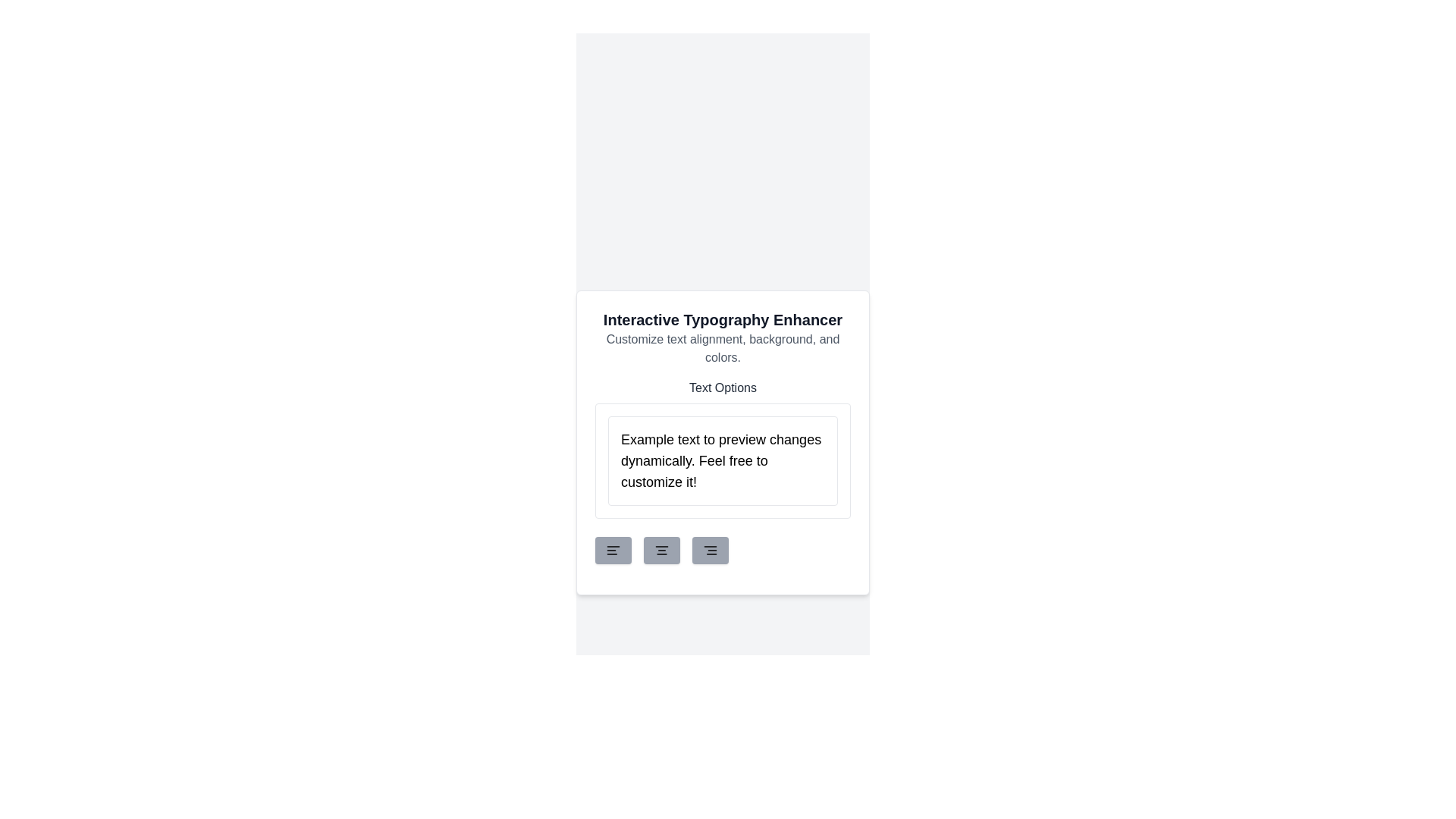  What do you see at coordinates (709, 550) in the screenshot?
I see `the fourth button in the horizontal row of text alignment buttons to apply right text alignment` at bounding box center [709, 550].